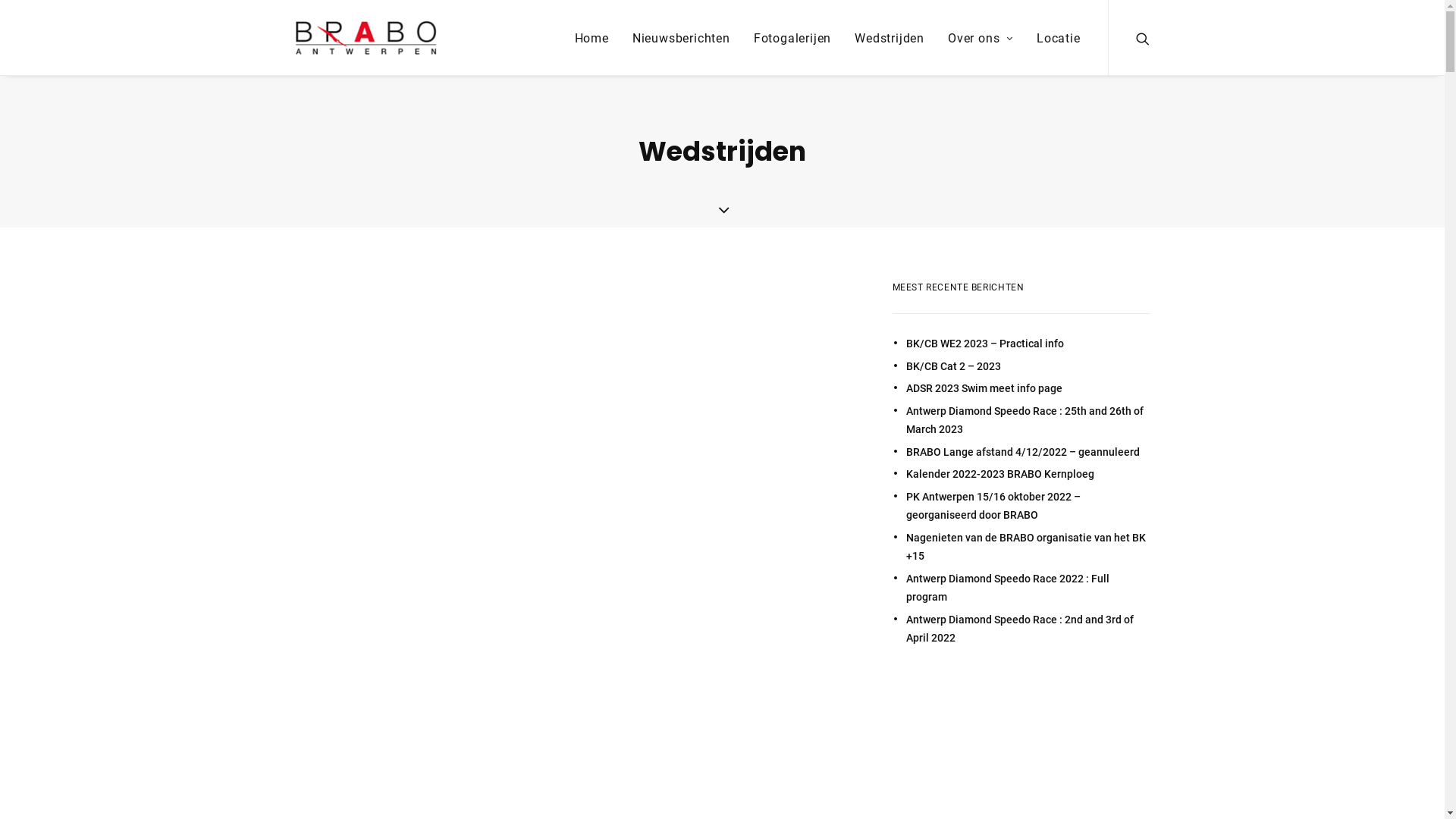  I want to click on 'Kalender 2022-2023 BRABO Kernploeg', so click(905, 473).